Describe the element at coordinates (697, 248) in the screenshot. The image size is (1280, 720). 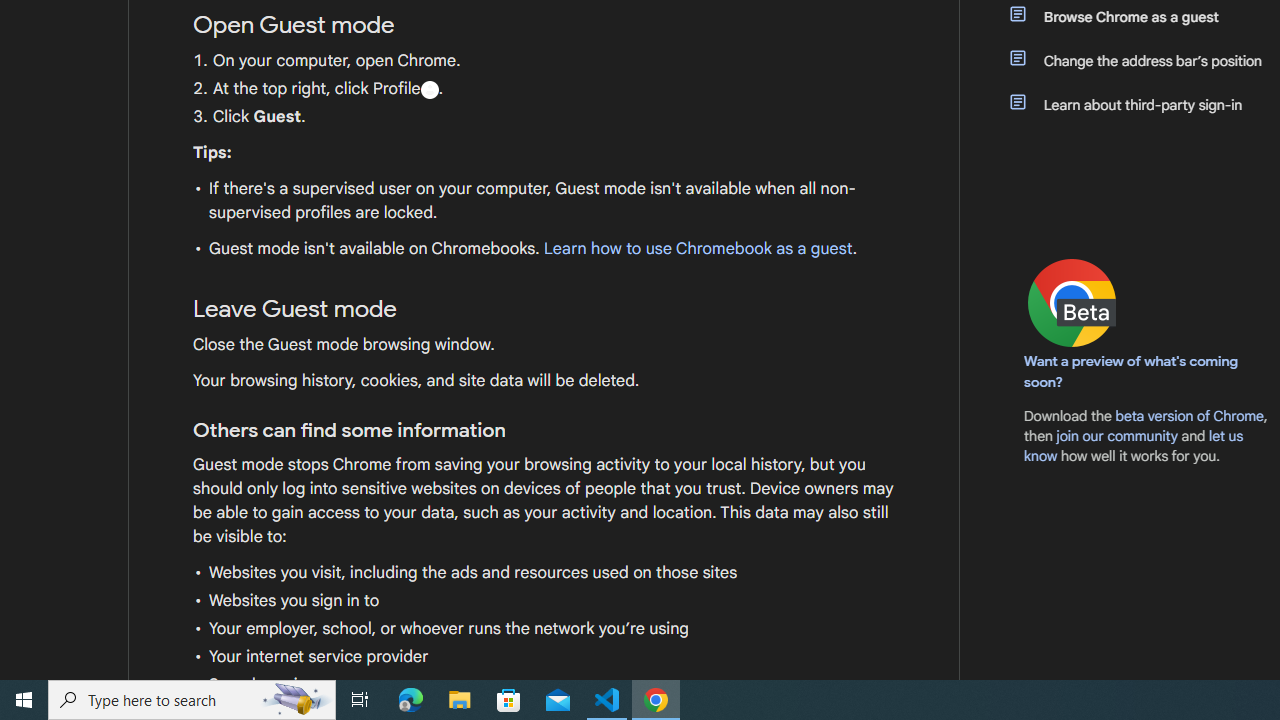
I see `'Learn how to use Chromebook as a guest'` at that location.